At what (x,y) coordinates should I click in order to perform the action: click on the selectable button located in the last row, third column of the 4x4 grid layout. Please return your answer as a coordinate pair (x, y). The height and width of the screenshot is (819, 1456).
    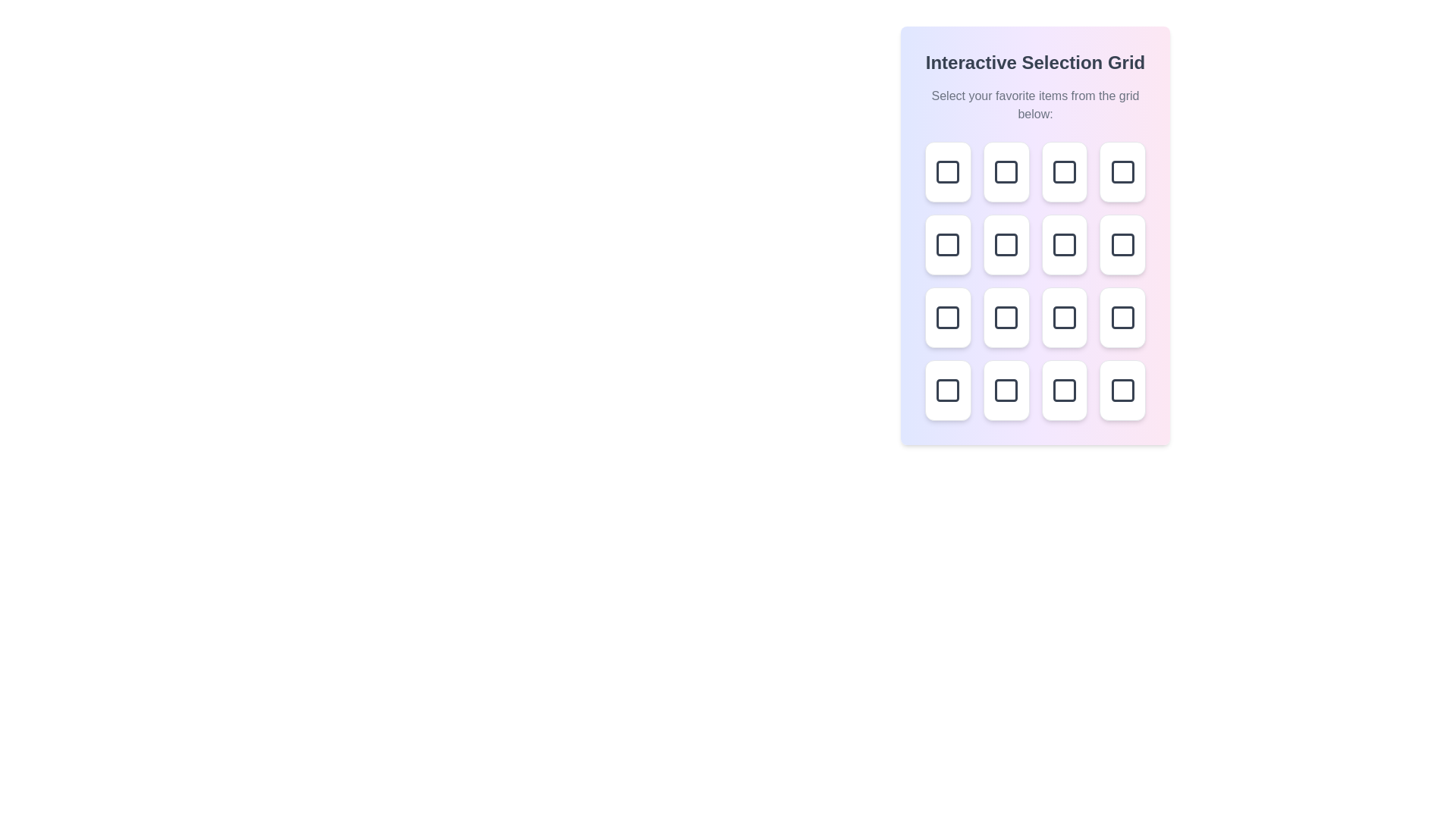
    Looking at the image, I should click on (1063, 390).